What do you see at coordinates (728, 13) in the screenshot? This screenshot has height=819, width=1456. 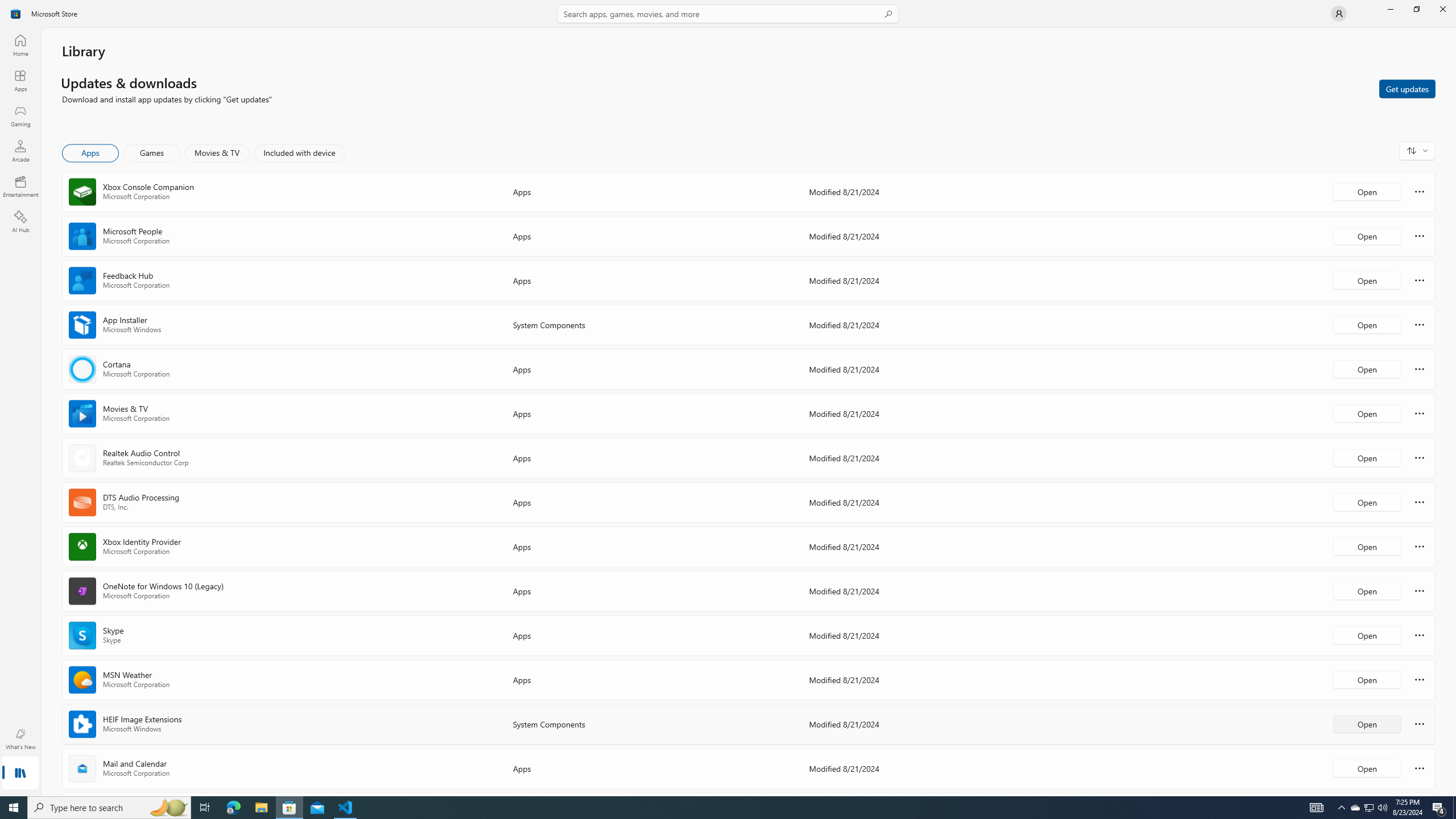 I see `'Search'` at bounding box center [728, 13].